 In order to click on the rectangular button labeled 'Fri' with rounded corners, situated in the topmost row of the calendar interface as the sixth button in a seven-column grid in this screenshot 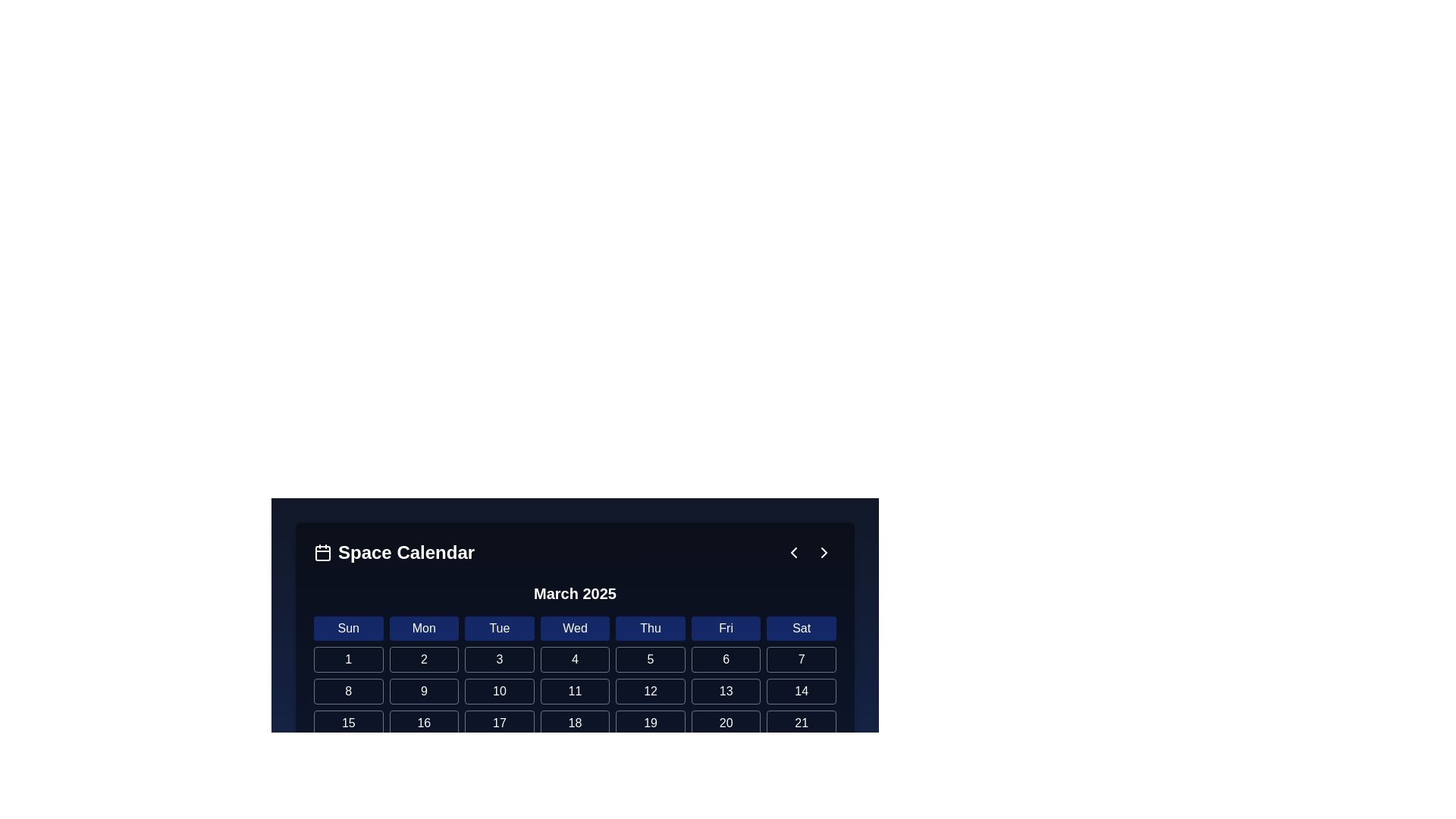, I will do `click(725, 629)`.